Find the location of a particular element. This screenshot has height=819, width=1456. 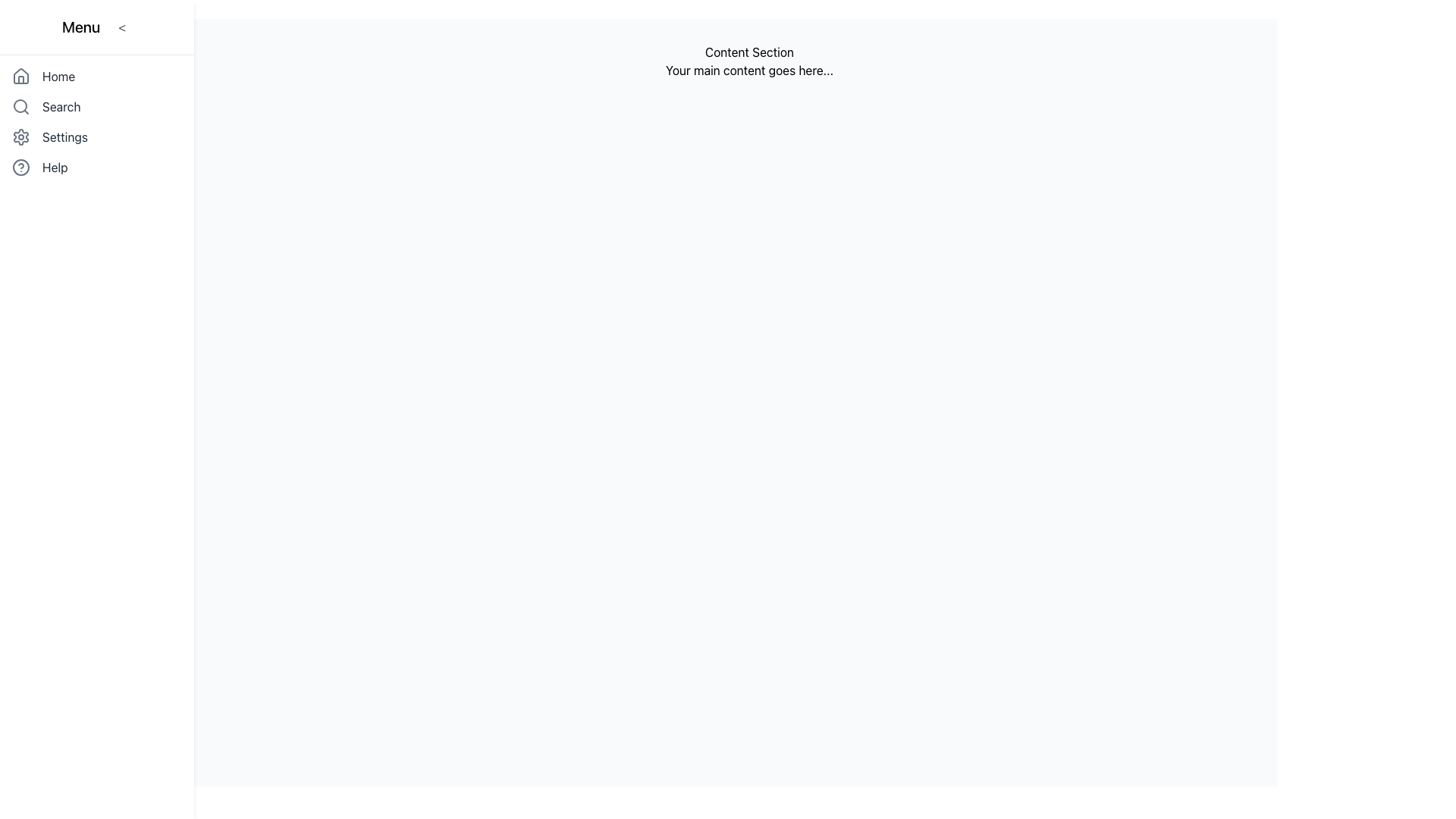

the upper part of the house icon in the sidebar menu, which represents the home page functionality is located at coordinates (21, 76).